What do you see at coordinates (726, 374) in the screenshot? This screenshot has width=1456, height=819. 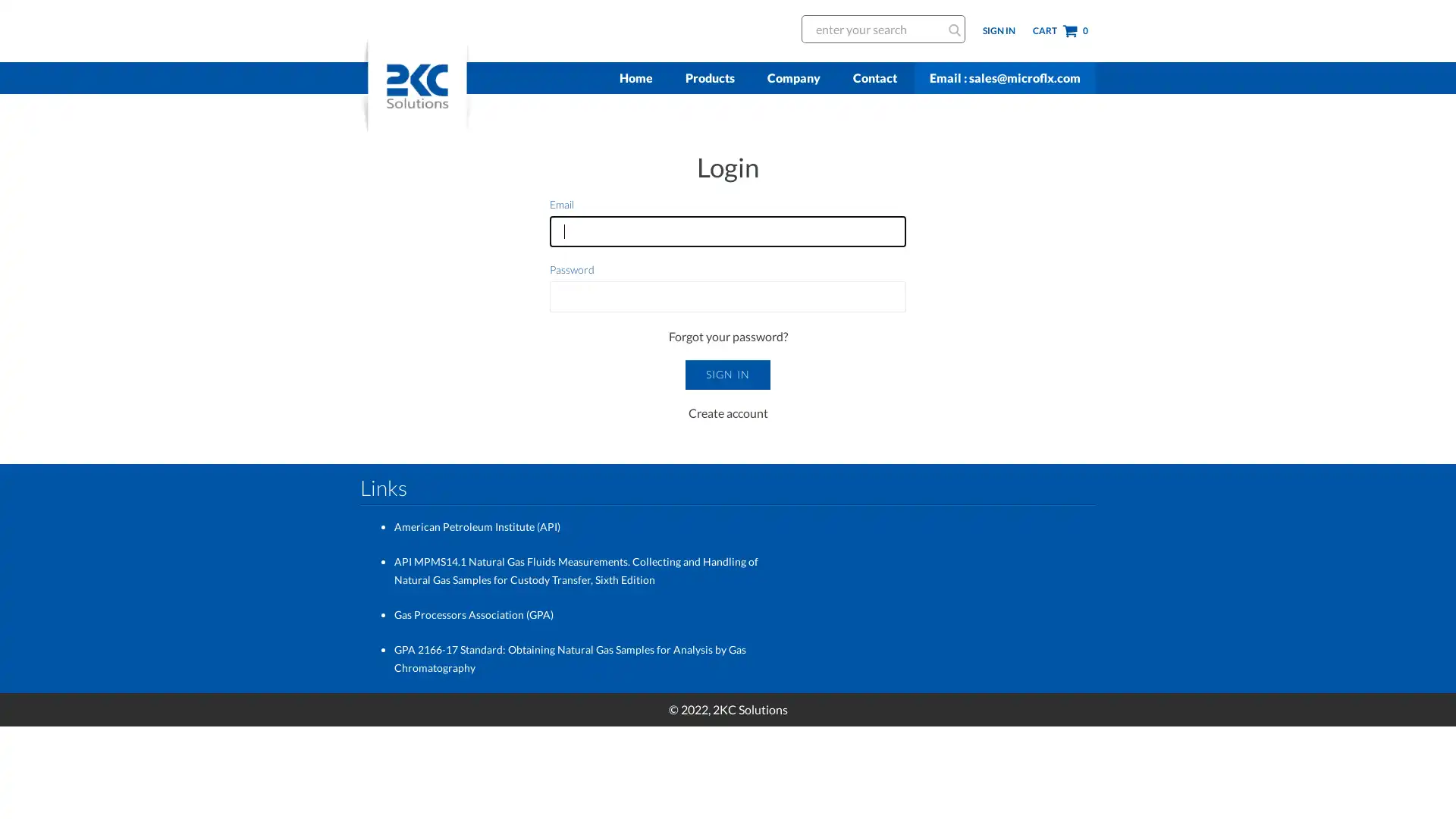 I see `Sign In` at bounding box center [726, 374].